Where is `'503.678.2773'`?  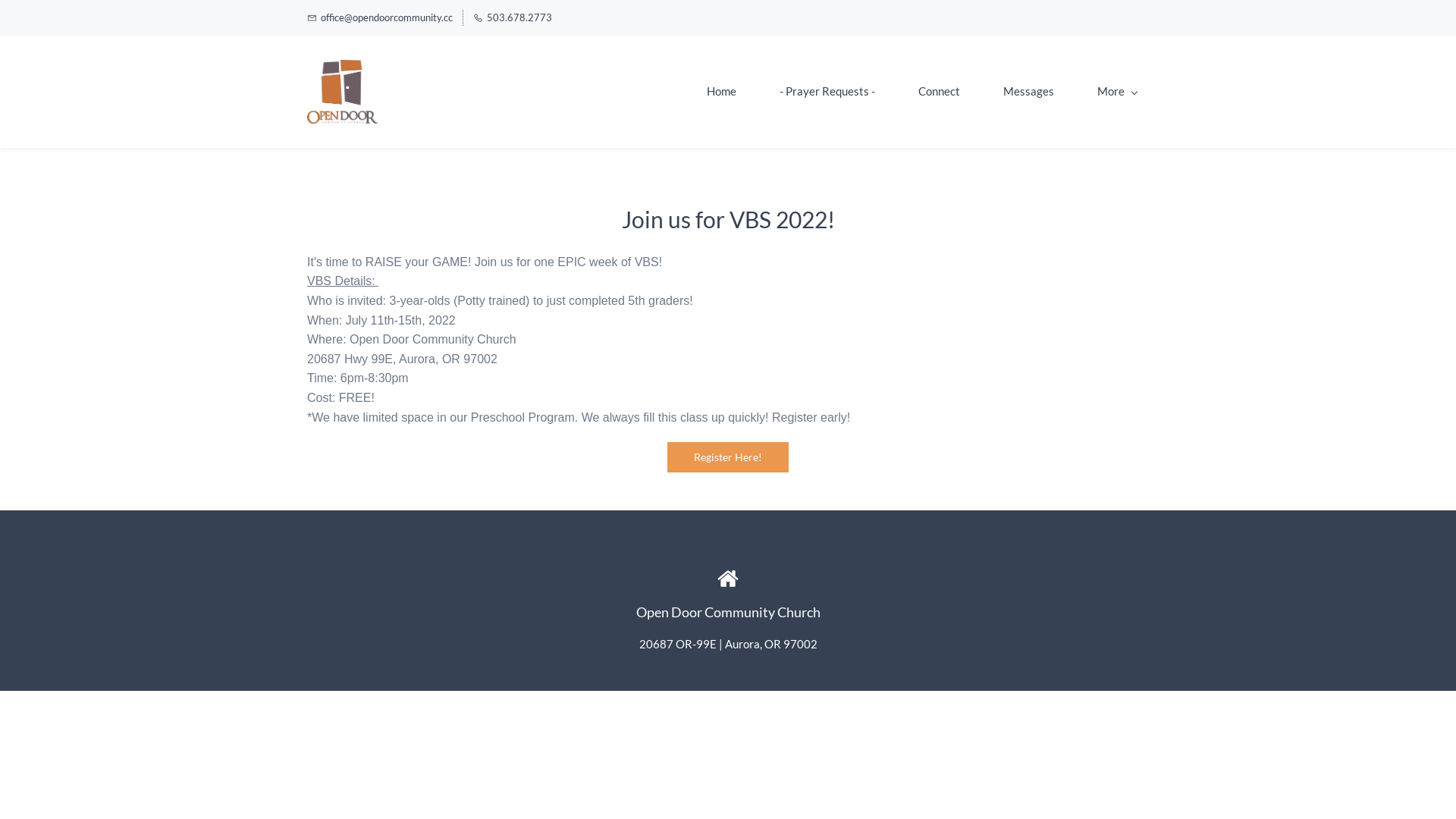 '503.678.2773' is located at coordinates (513, 17).